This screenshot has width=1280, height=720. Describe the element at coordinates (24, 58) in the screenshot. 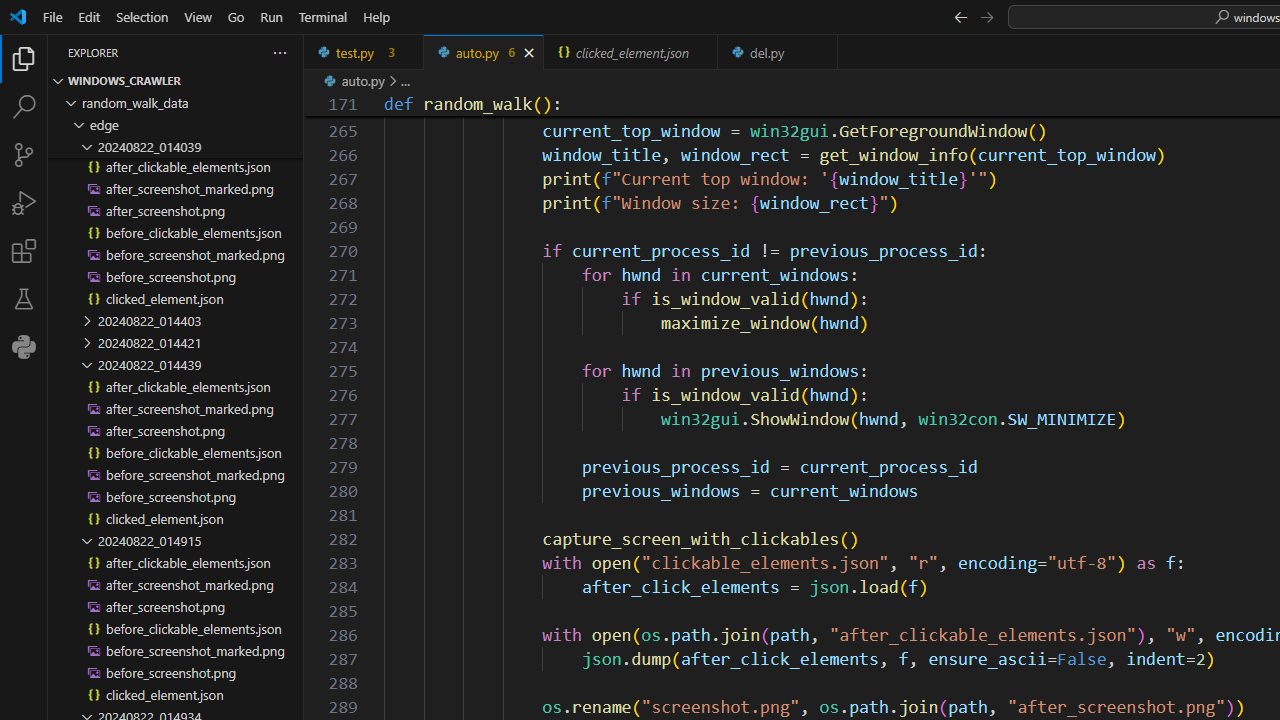

I see `'Explorer (Ctrl+Shift+E)'` at that location.